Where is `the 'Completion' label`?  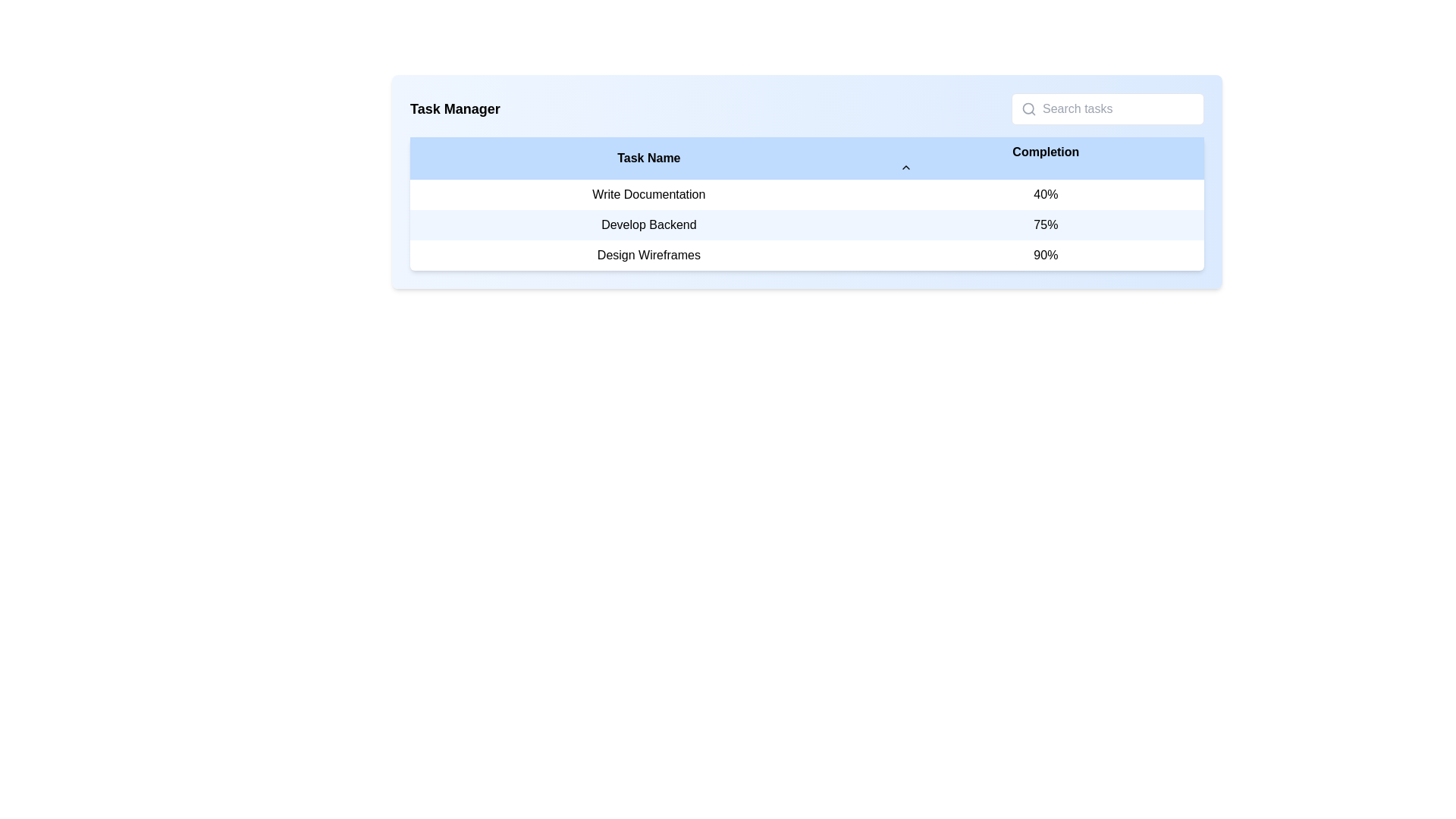
the 'Completion' label is located at coordinates (1045, 158).